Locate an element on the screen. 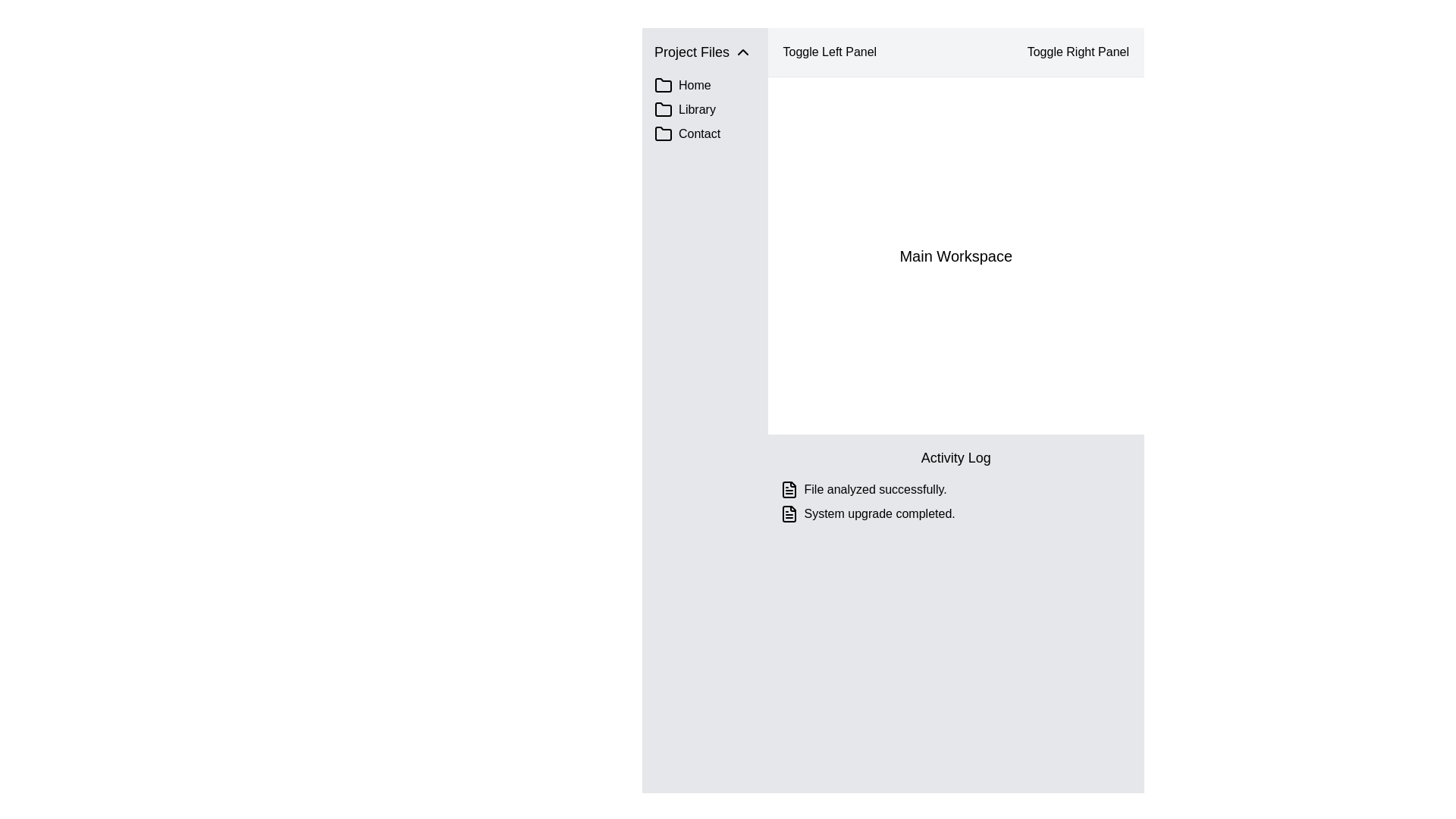 The width and height of the screenshot is (1456, 819). the folder icon located at the top of the side navigation menu, which represents the 'Home' option is located at coordinates (663, 85).